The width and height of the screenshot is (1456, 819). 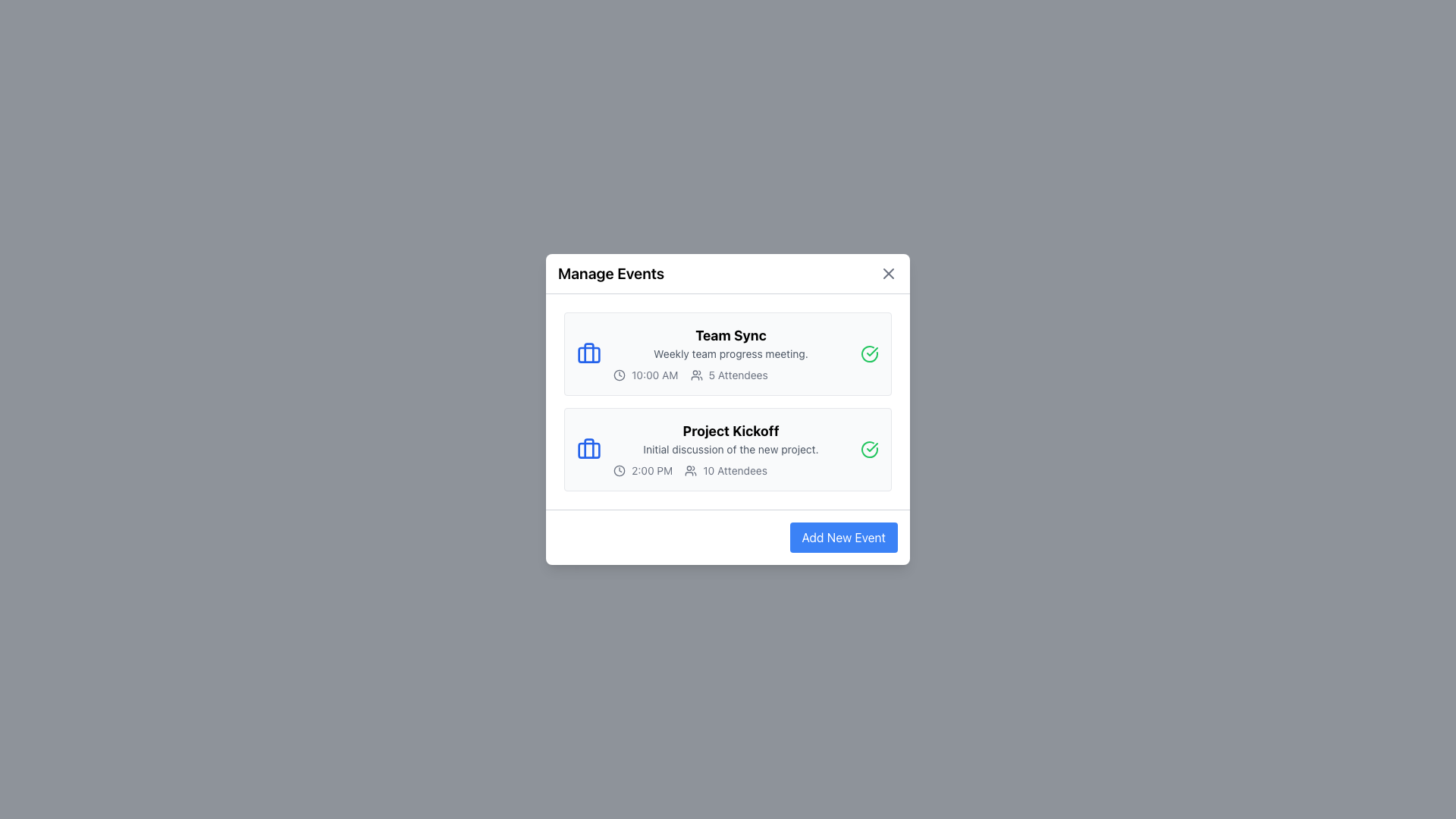 I want to click on the close button icon located at the top-right corner of the 'Manage Events' modal dialog, so click(x=888, y=274).